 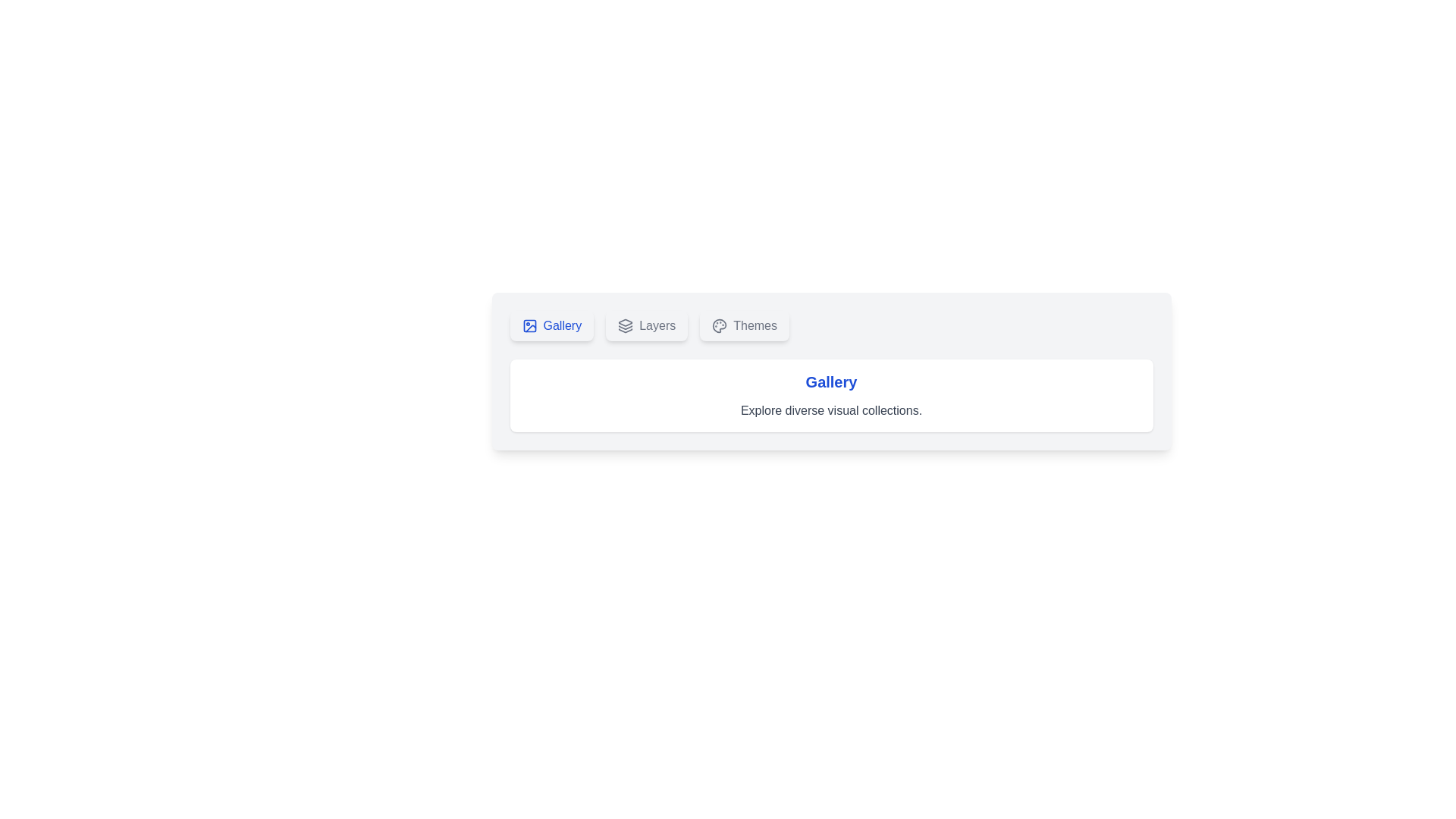 I want to click on the tab labeled 'Layers' and observe its icon and label, so click(x=647, y=325).